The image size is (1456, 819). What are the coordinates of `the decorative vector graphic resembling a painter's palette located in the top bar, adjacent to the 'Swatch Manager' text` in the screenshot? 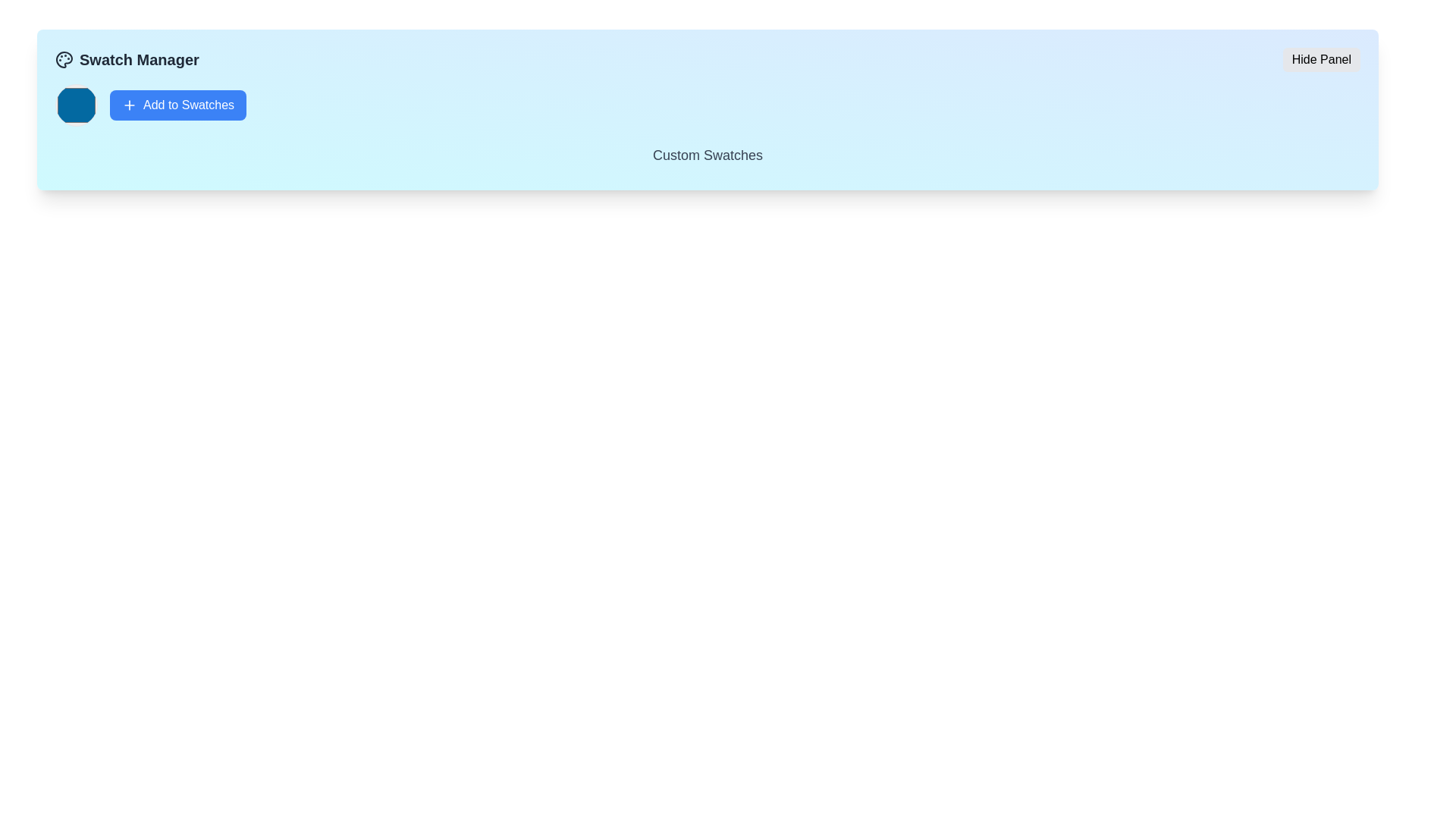 It's located at (64, 58).